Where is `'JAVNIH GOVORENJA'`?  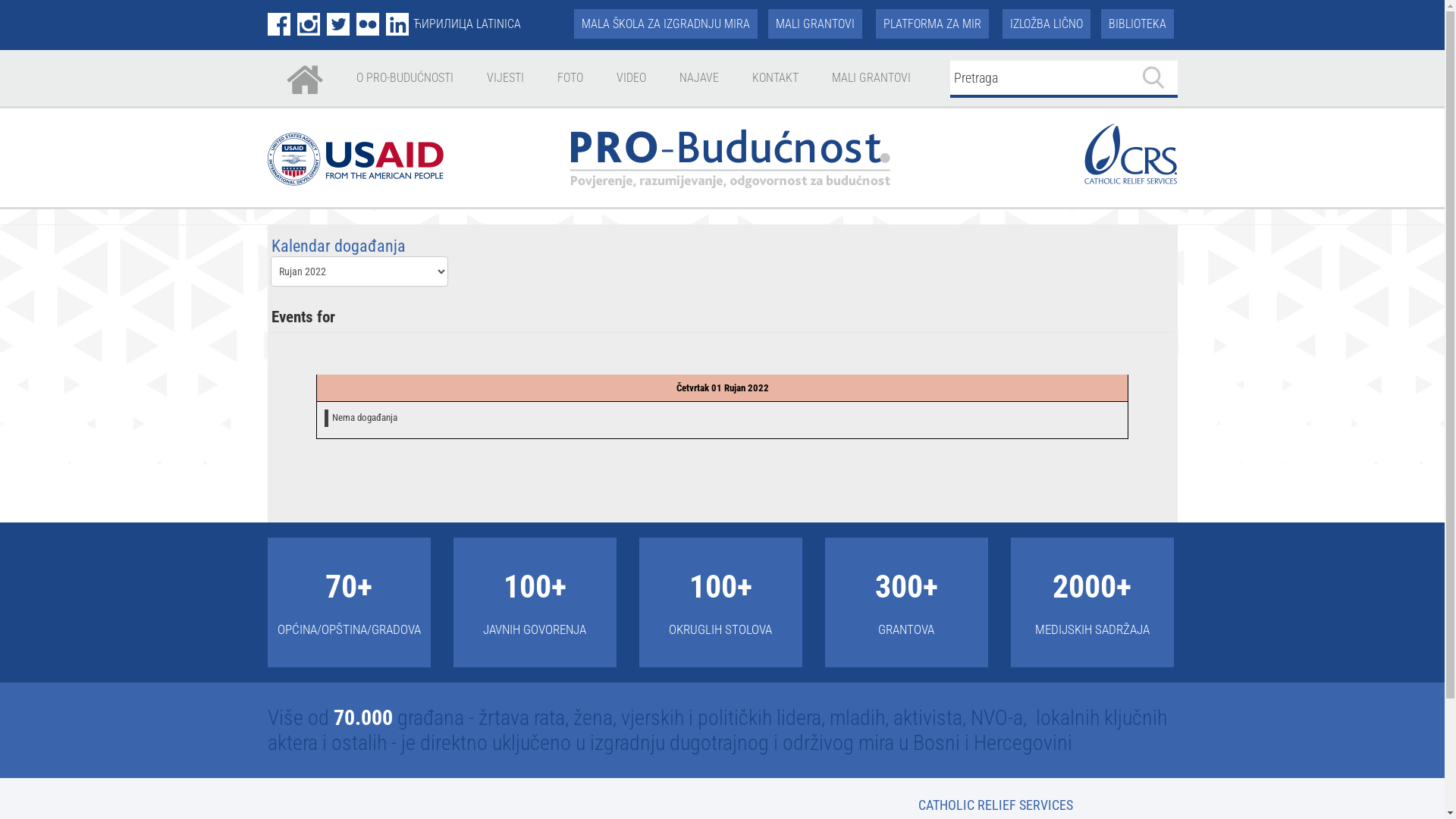 'JAVNIH GOVORENJA' is located at coordinates (535, 629).